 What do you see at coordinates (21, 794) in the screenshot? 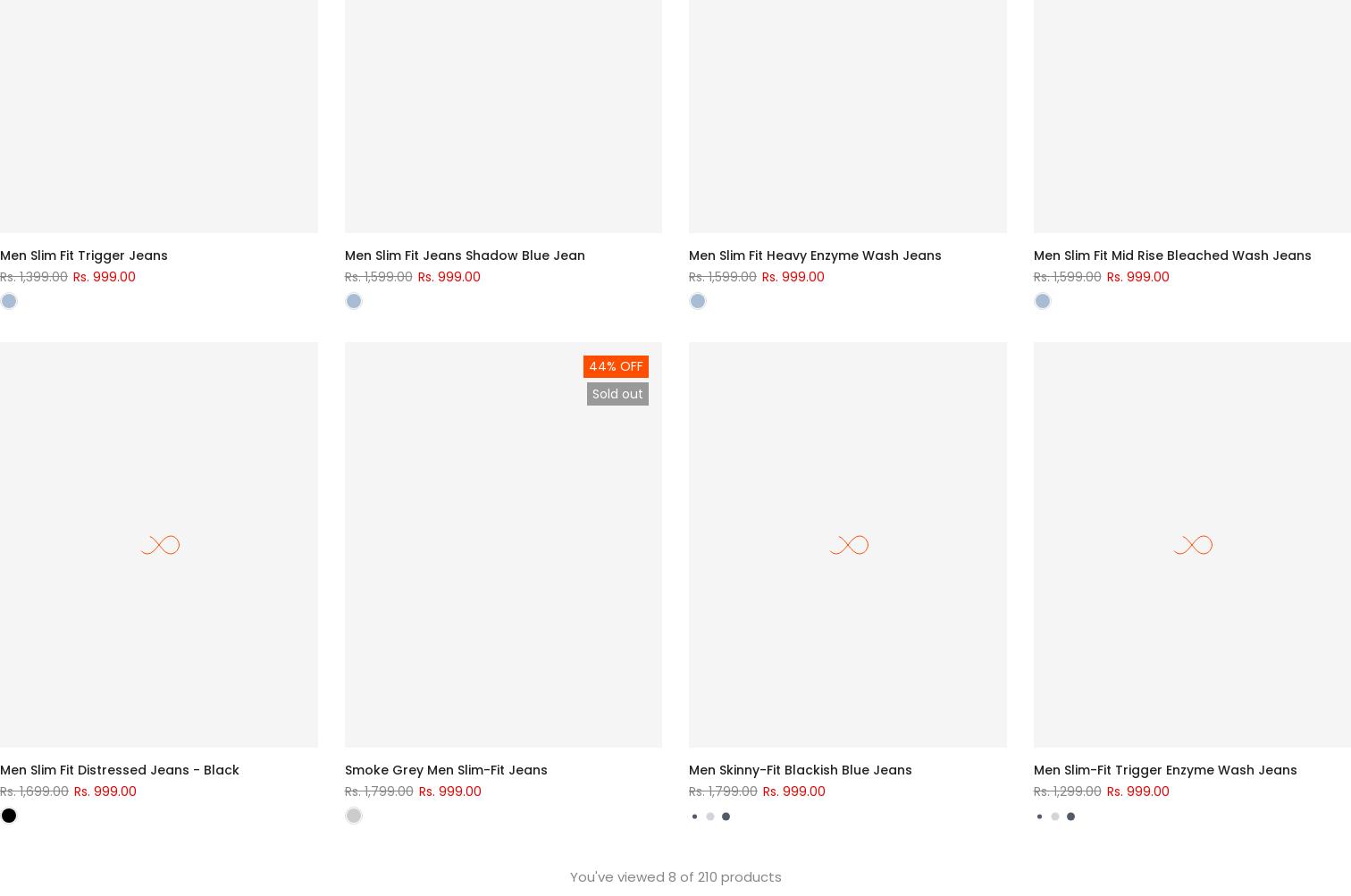
I see `'Black'` at bounding box center [21, 794].